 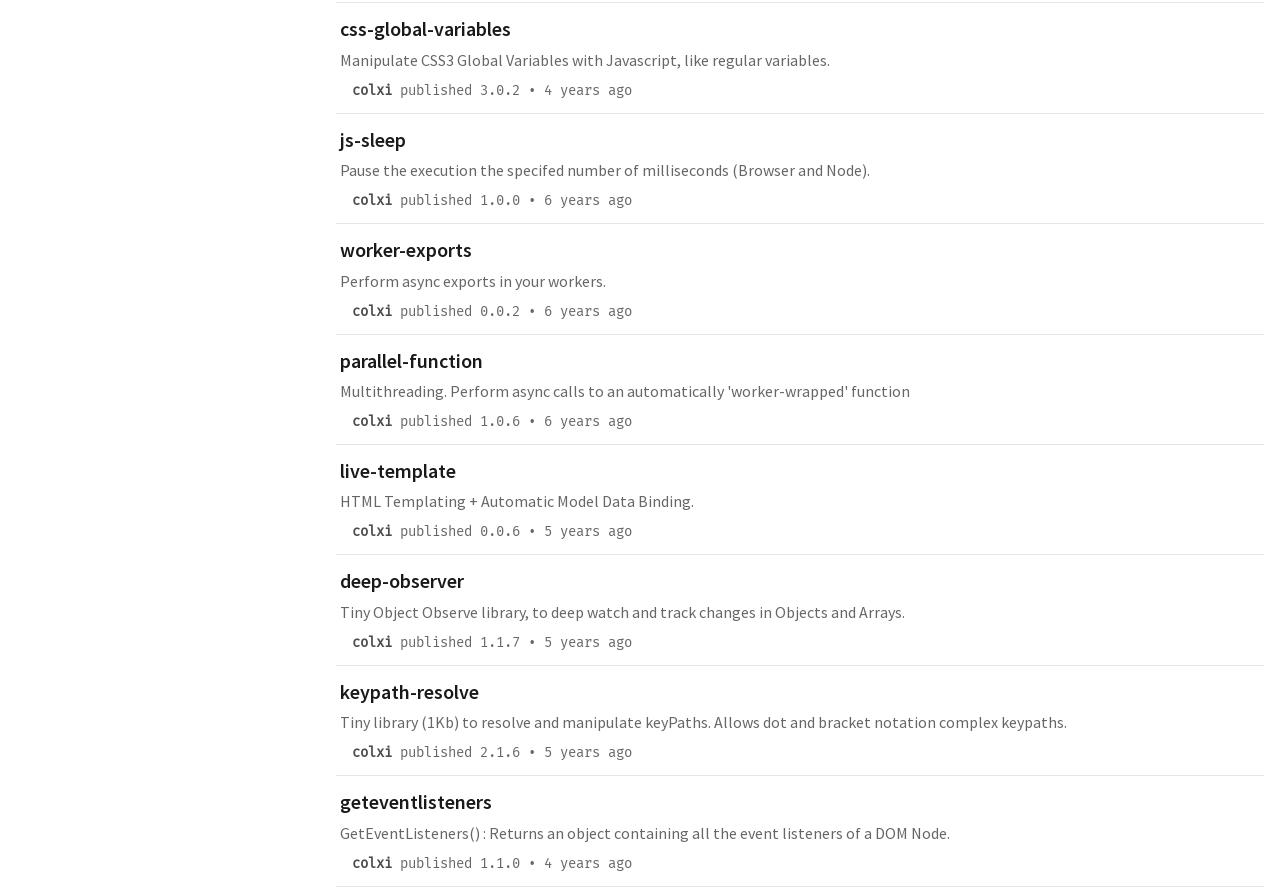 What do you see at coordinates (703, 720) in the screenshot?
I see `'Tiny library (1Kb) to resolve and manipulate keyPaths. Allows dot and bracket notation complex keypaths.'` at bounding box center [703, 720].